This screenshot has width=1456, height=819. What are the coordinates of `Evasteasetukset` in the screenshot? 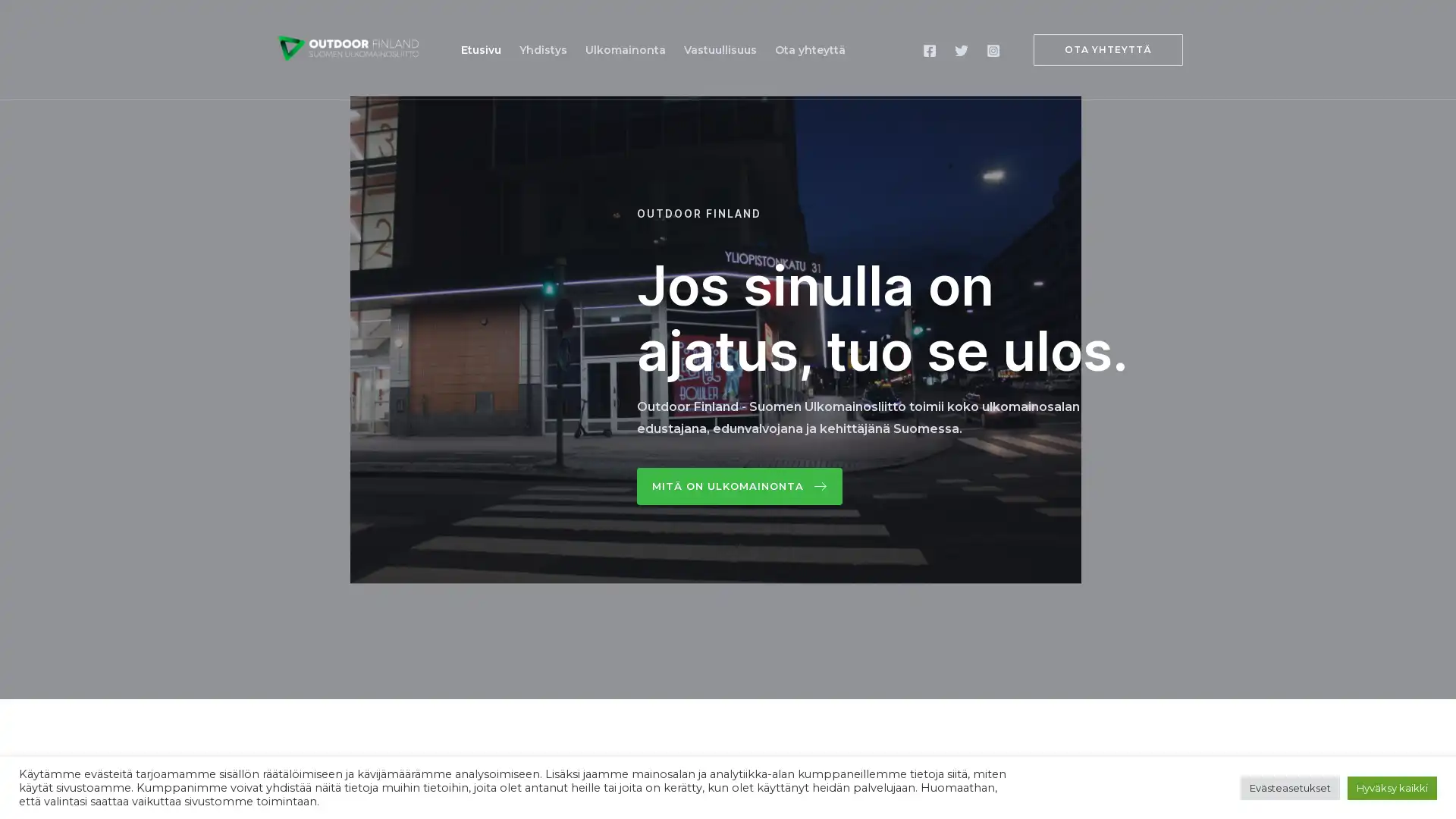 It's located at (1289, 786).